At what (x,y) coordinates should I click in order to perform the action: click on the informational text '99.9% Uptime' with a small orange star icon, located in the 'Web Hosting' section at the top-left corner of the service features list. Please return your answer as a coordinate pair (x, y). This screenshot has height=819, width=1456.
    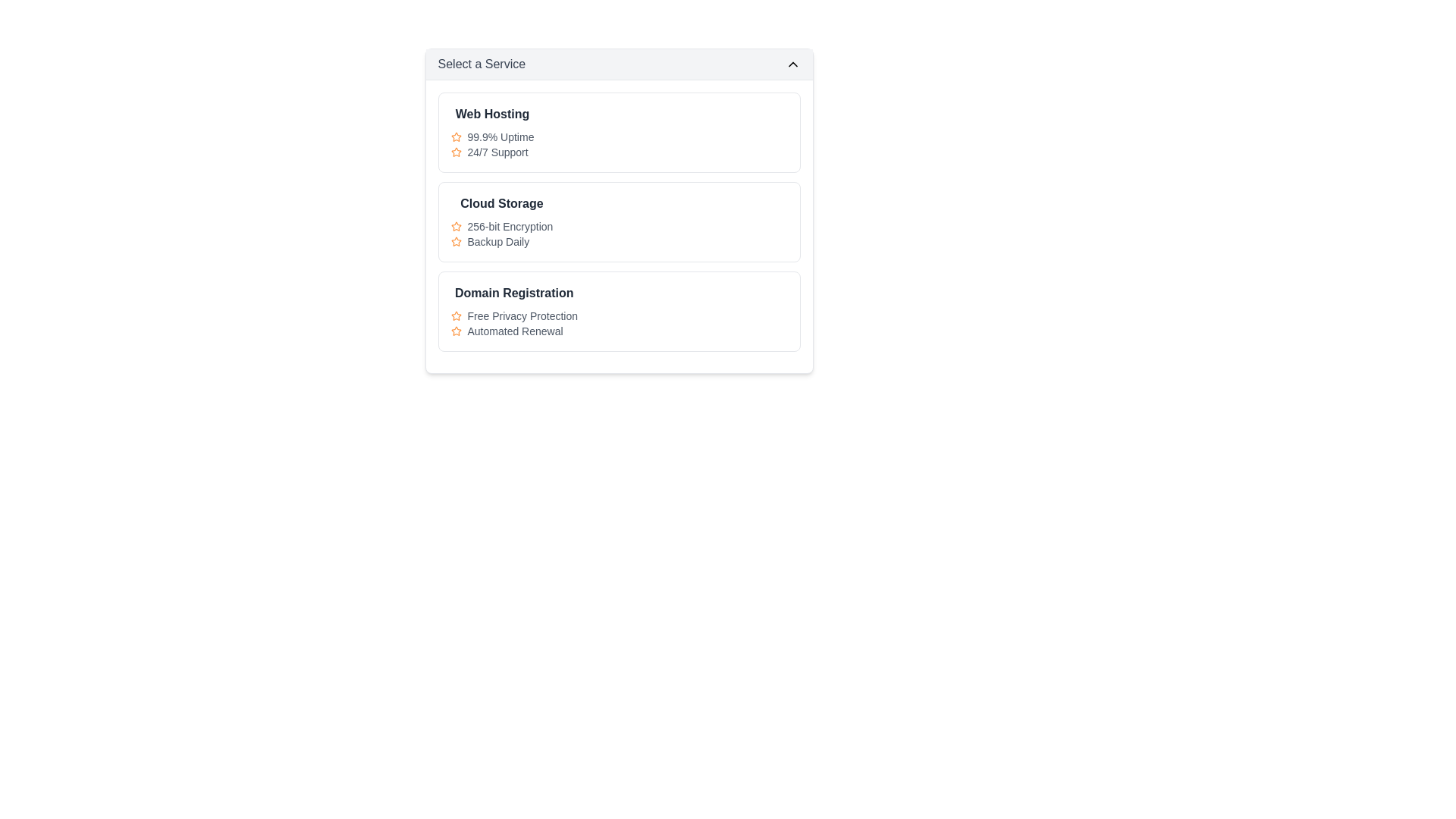
    Looking at the image, I should click on (492, 137).